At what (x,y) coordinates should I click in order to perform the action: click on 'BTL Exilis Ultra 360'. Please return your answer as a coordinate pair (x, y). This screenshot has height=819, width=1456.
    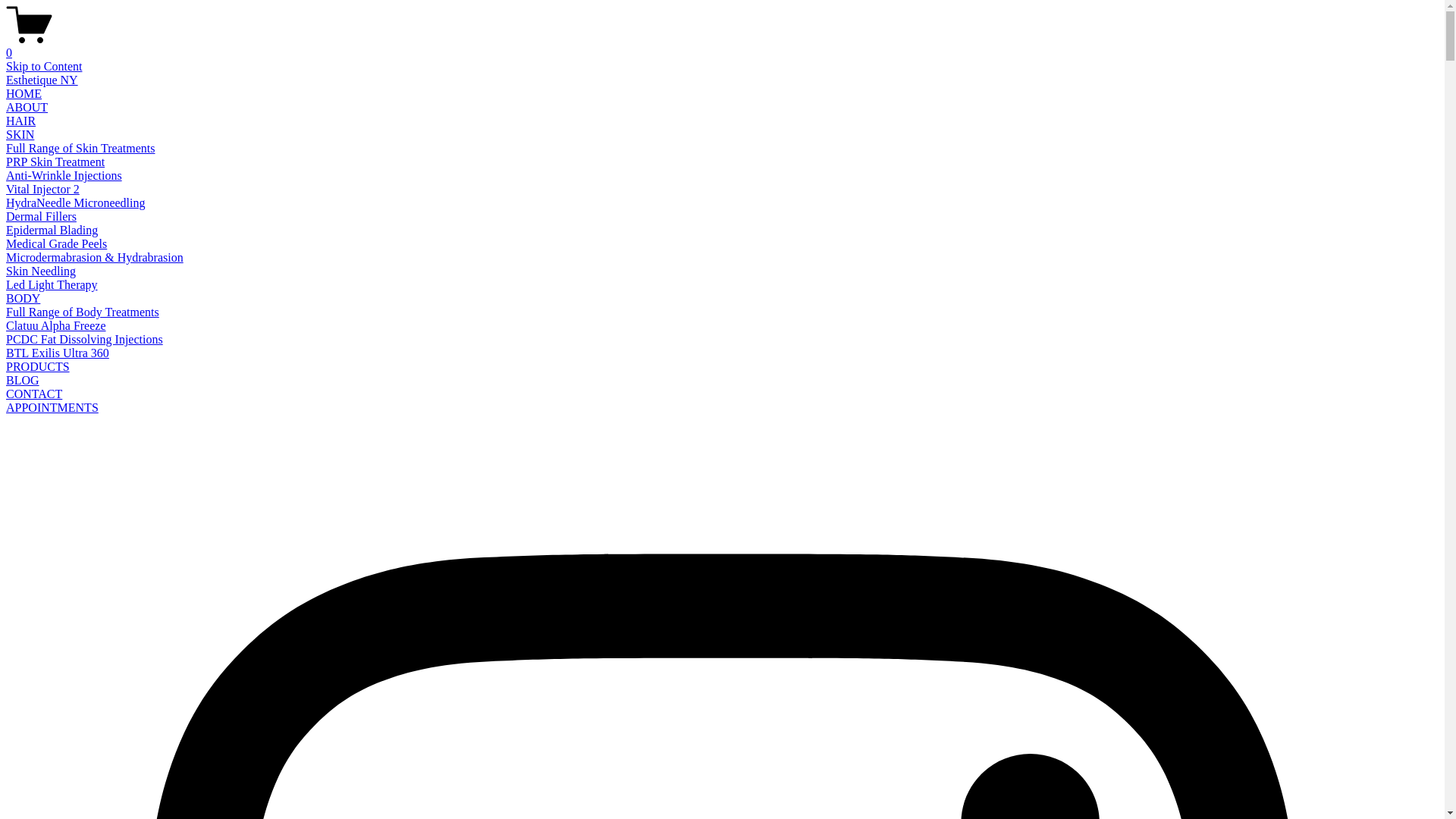
    Looking at the image, I should click on (58, 353).